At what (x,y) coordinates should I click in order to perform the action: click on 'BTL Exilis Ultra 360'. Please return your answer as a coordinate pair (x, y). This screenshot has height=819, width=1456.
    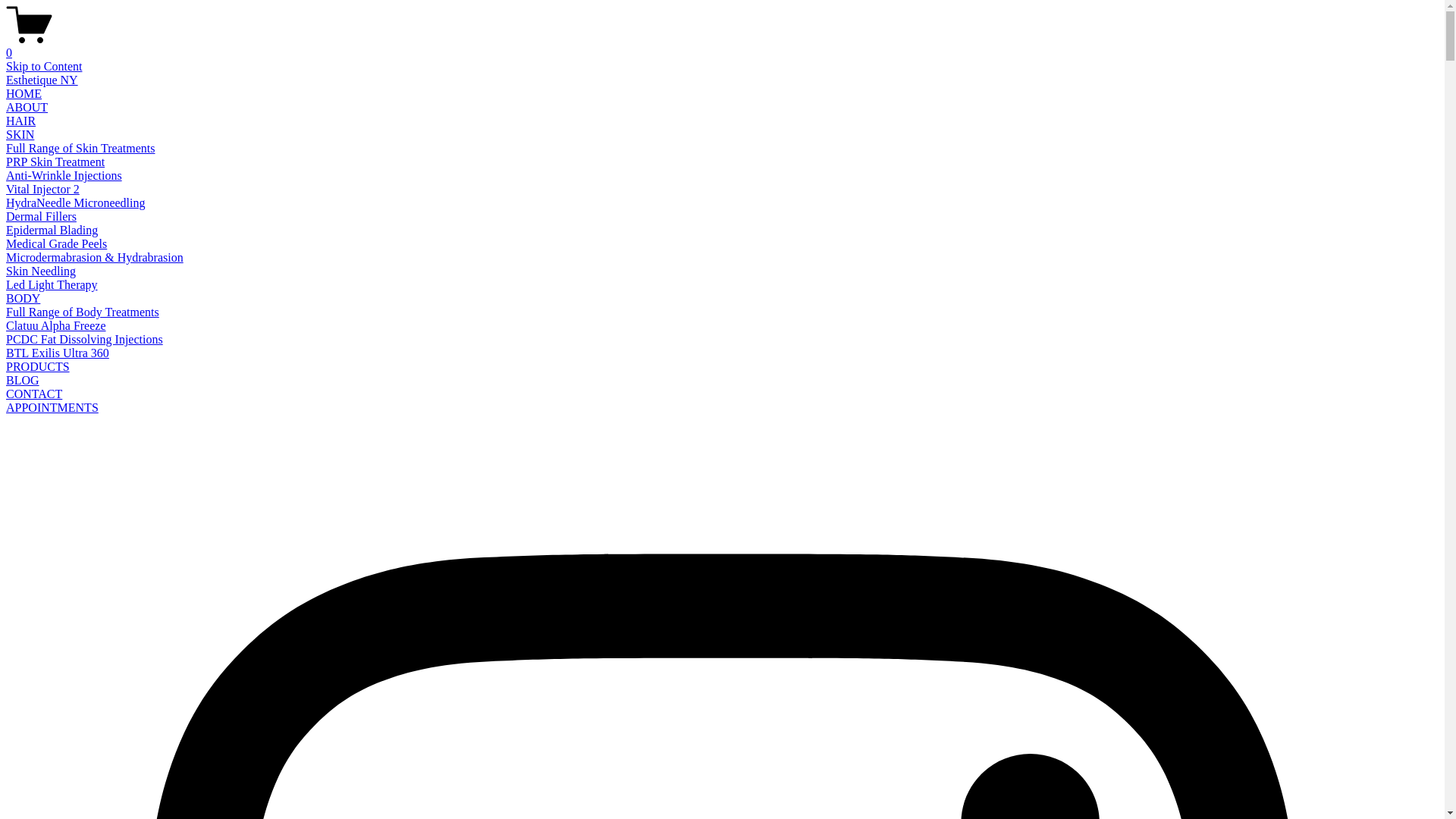
    Looking at the image, I should click on (58, 353).